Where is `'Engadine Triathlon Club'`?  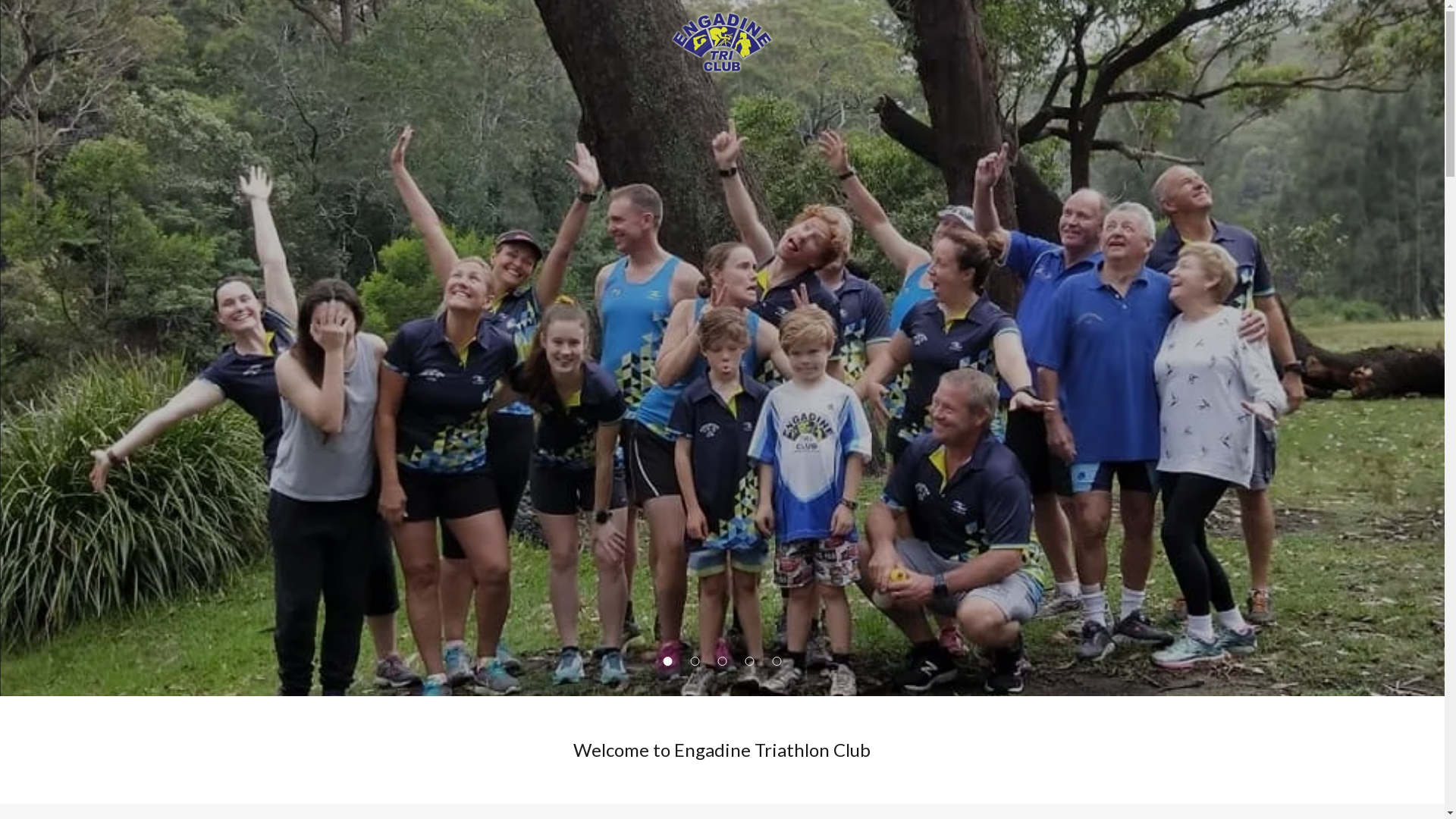 'Engadine Triathlon Club' is located at coordinates (721, 40).